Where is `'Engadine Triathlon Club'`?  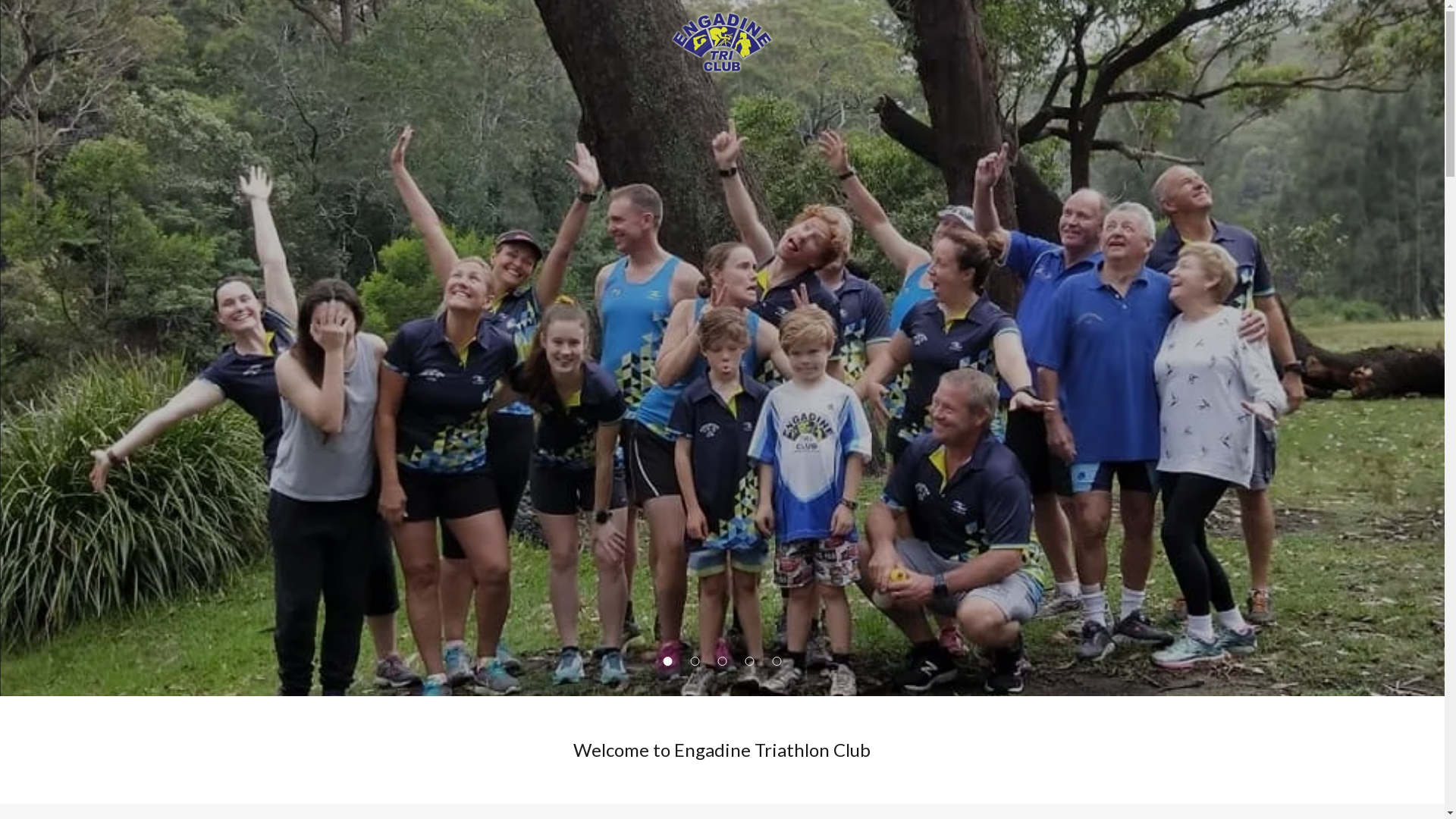 'Engadine Triathlon Club' is located at coordinates (721, 40).